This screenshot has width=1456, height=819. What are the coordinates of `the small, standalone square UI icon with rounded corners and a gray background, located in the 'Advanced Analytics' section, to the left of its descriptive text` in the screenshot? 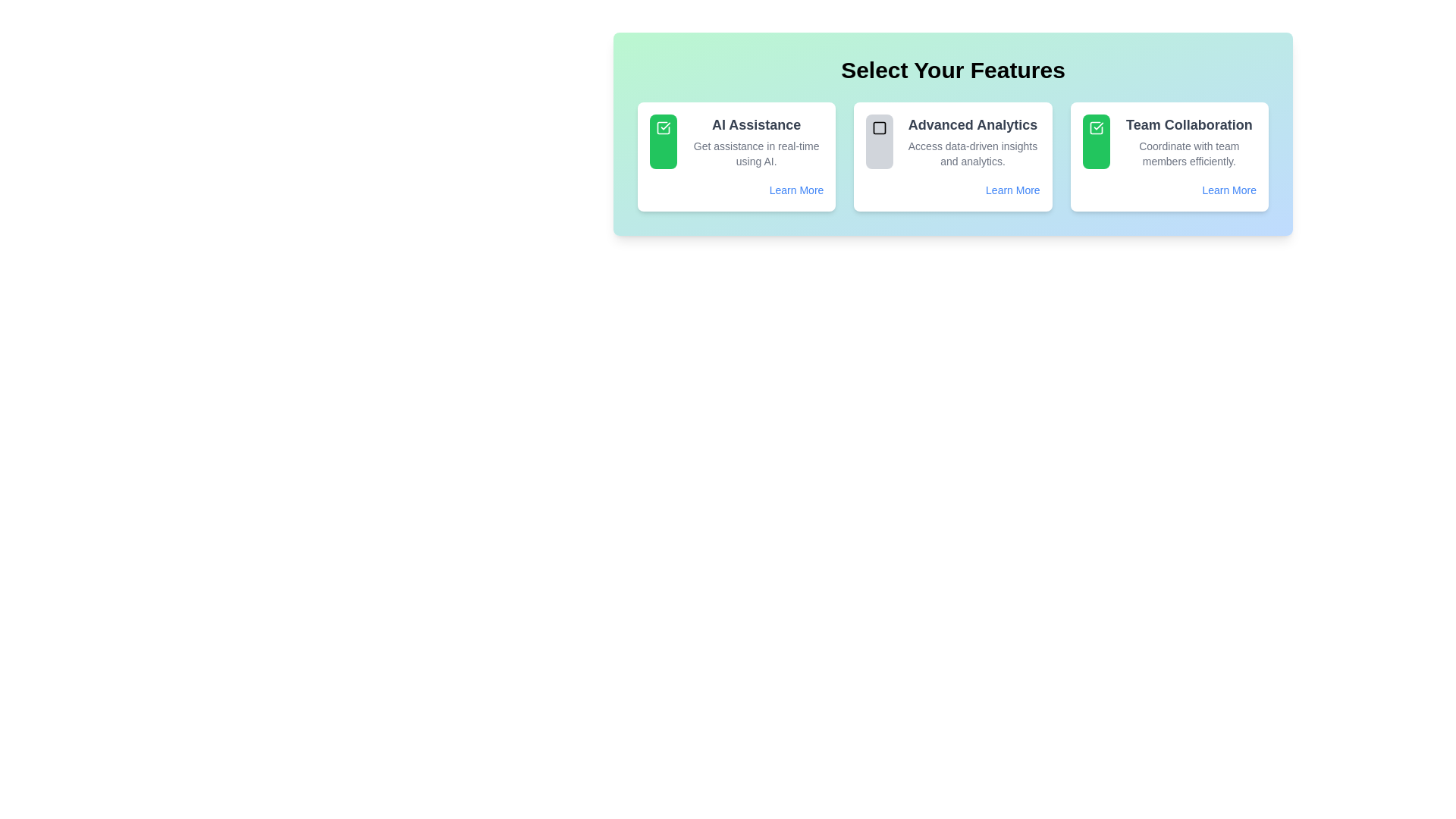 It's located at (880, 141).